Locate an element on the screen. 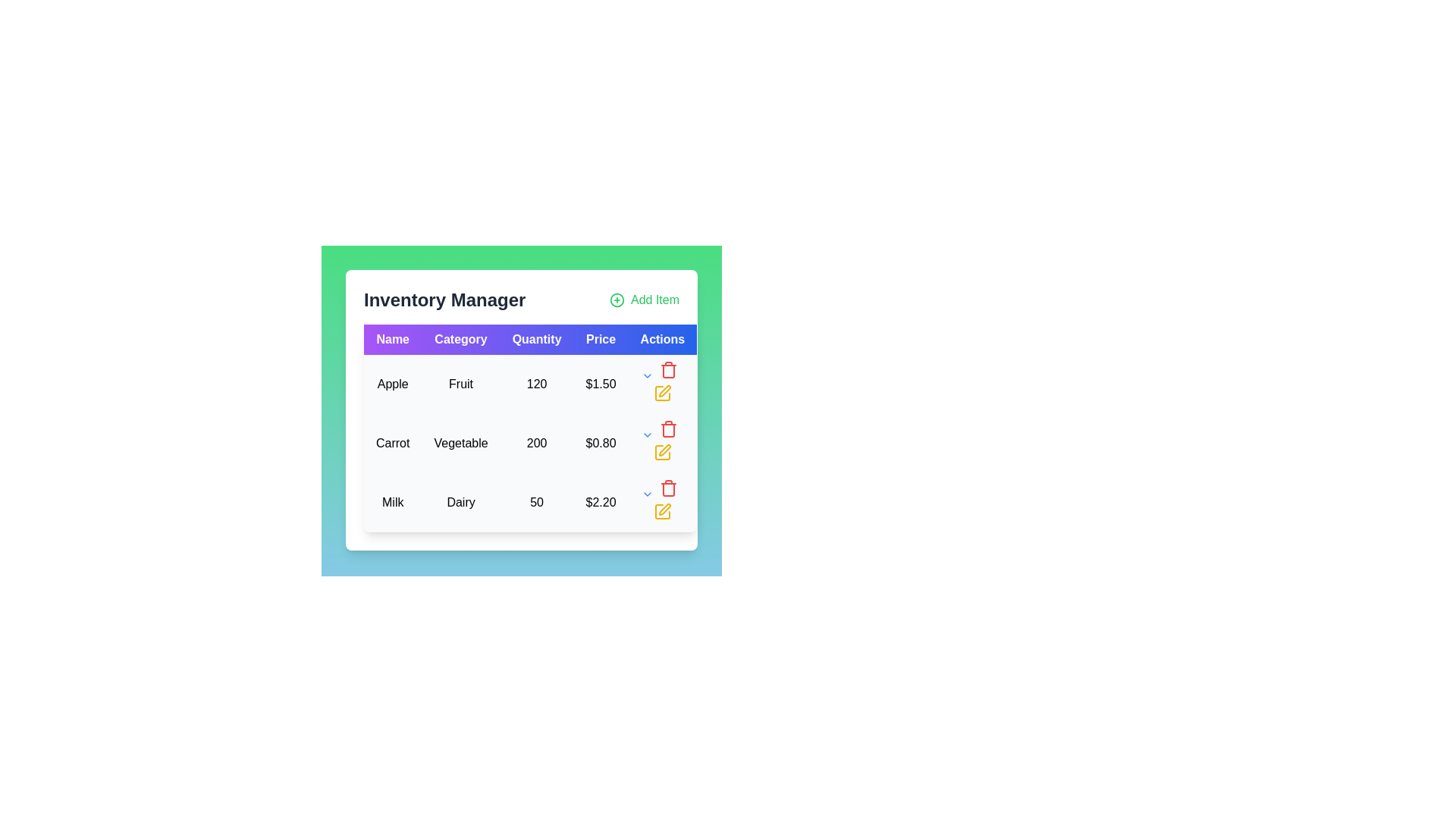  the yellow pencil icon located in the 'Actions' column of the first row in the table is located at coordinates (662, 383).